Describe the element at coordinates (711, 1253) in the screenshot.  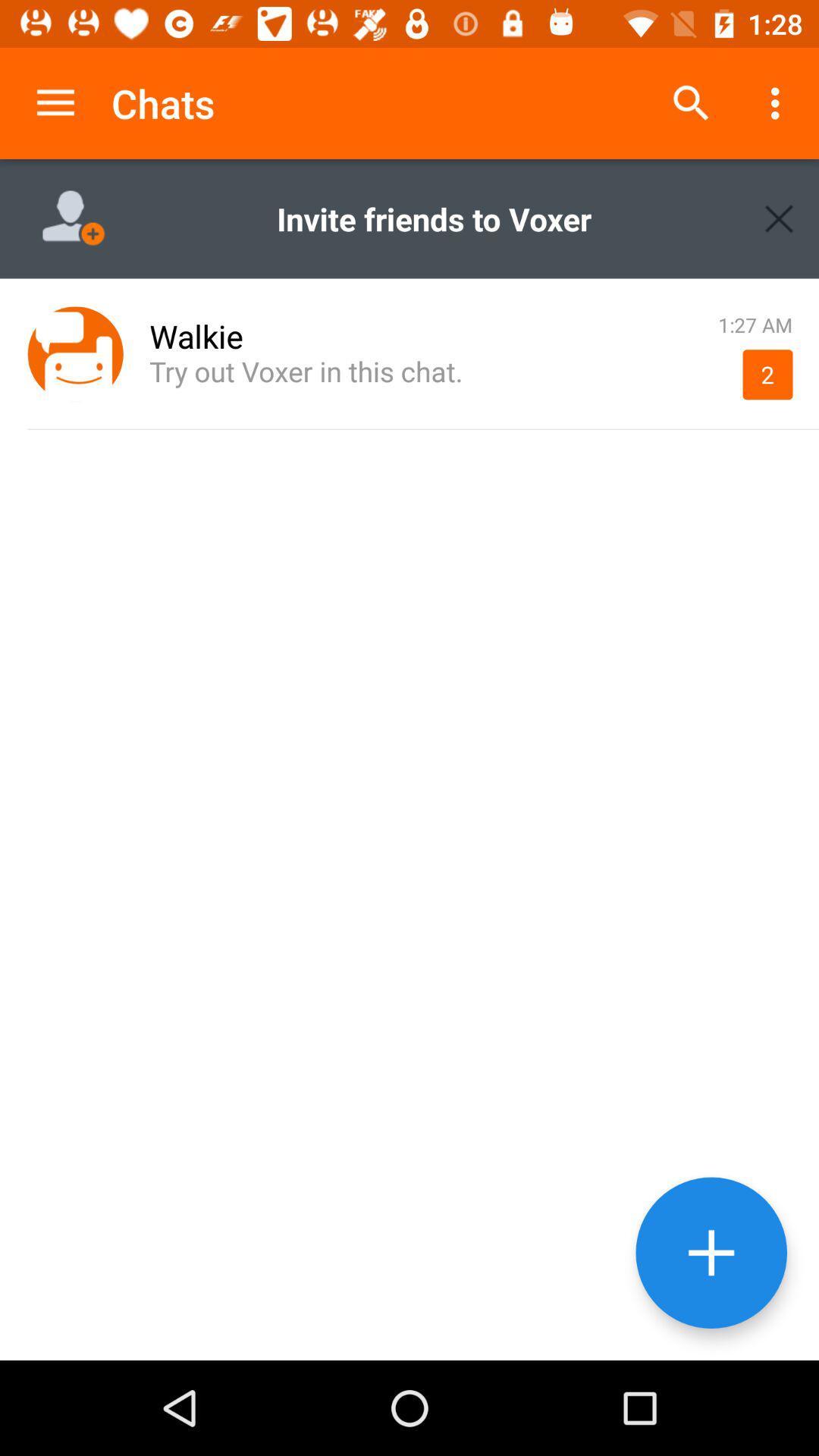
I see `the add icon` at that location.